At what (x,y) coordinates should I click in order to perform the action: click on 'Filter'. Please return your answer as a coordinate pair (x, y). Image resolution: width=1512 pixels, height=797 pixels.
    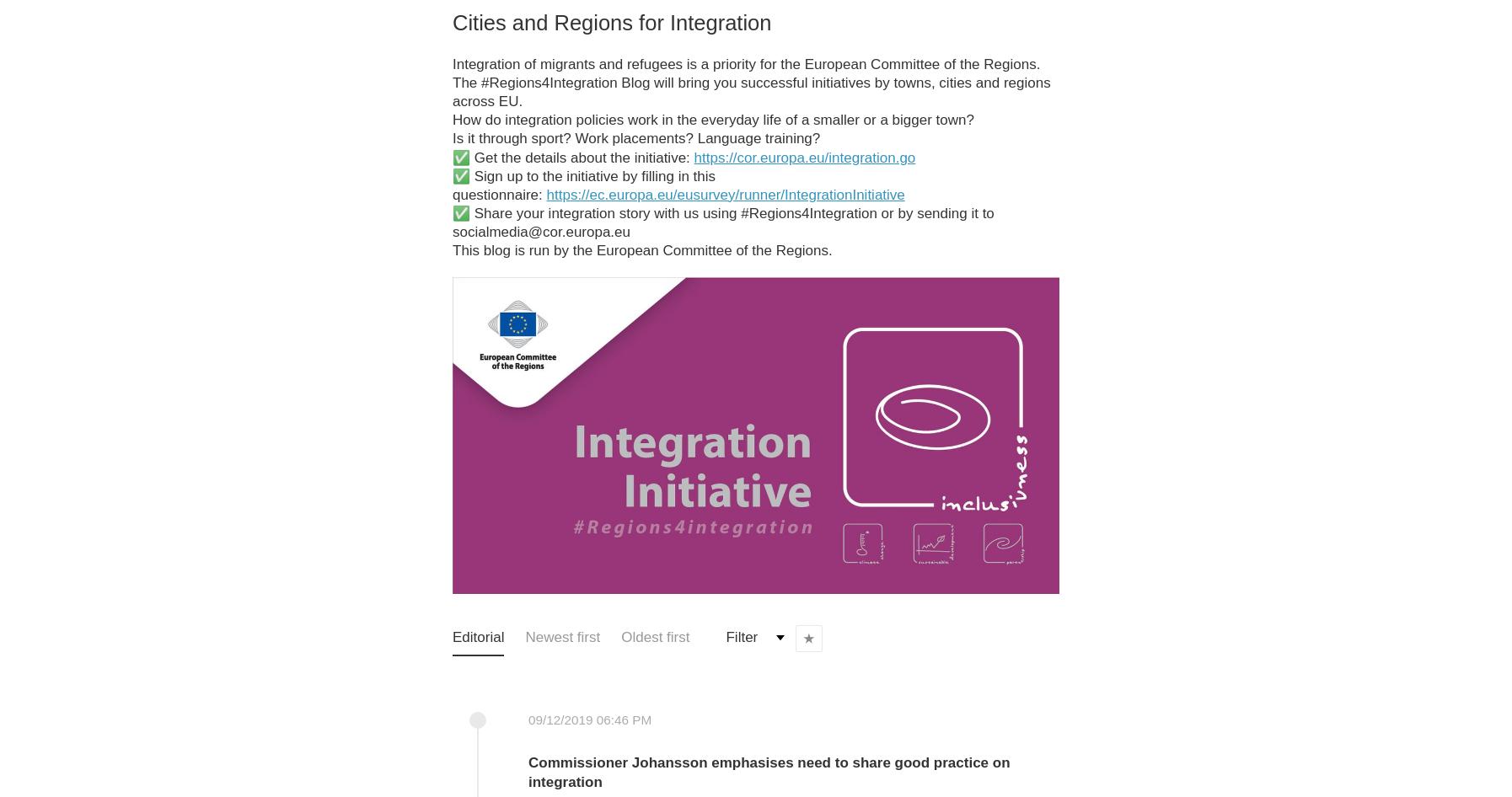
    Looking at the image, I should click on (741, 636).